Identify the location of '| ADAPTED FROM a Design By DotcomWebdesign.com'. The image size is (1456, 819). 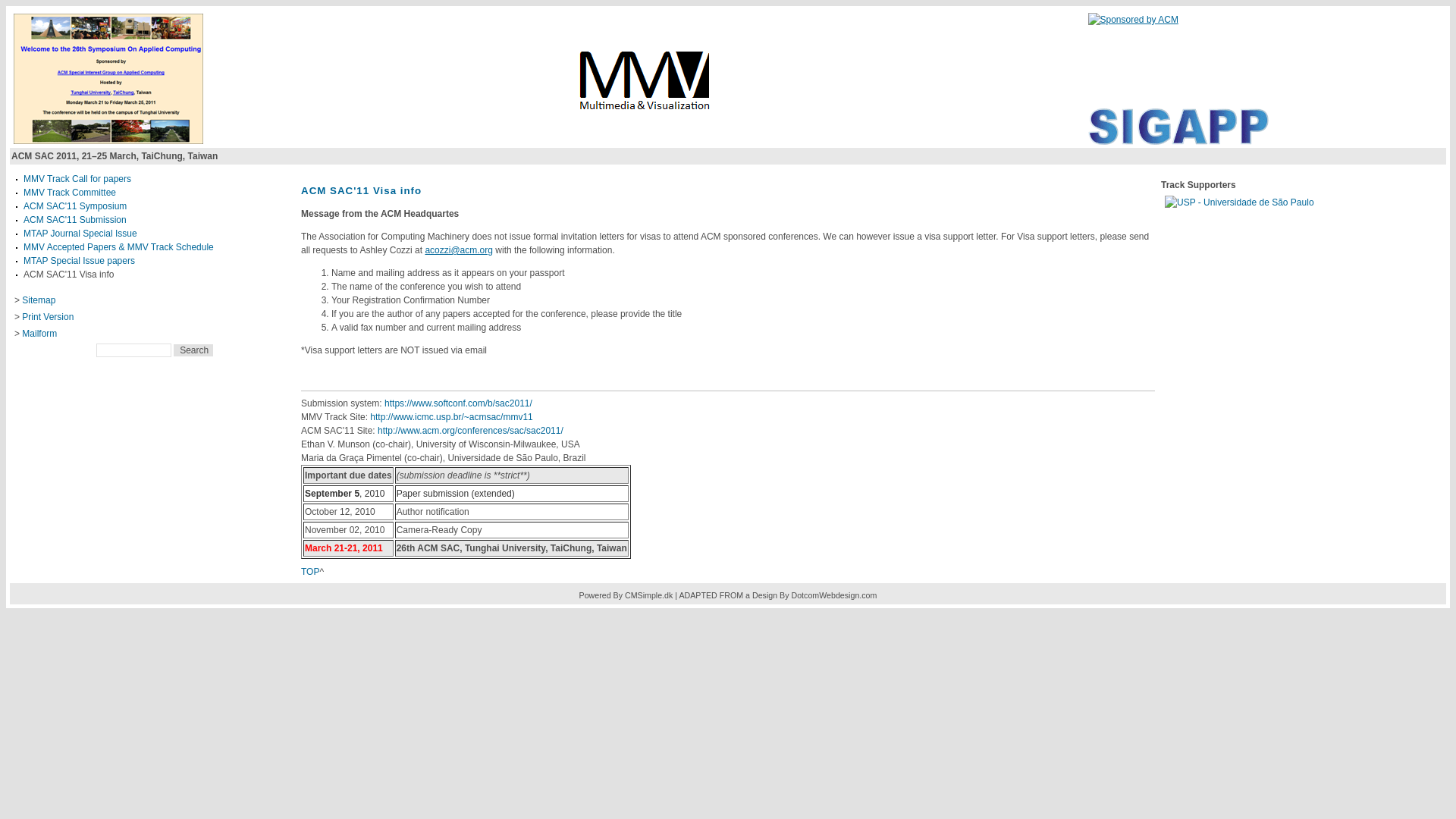
(673, 595).